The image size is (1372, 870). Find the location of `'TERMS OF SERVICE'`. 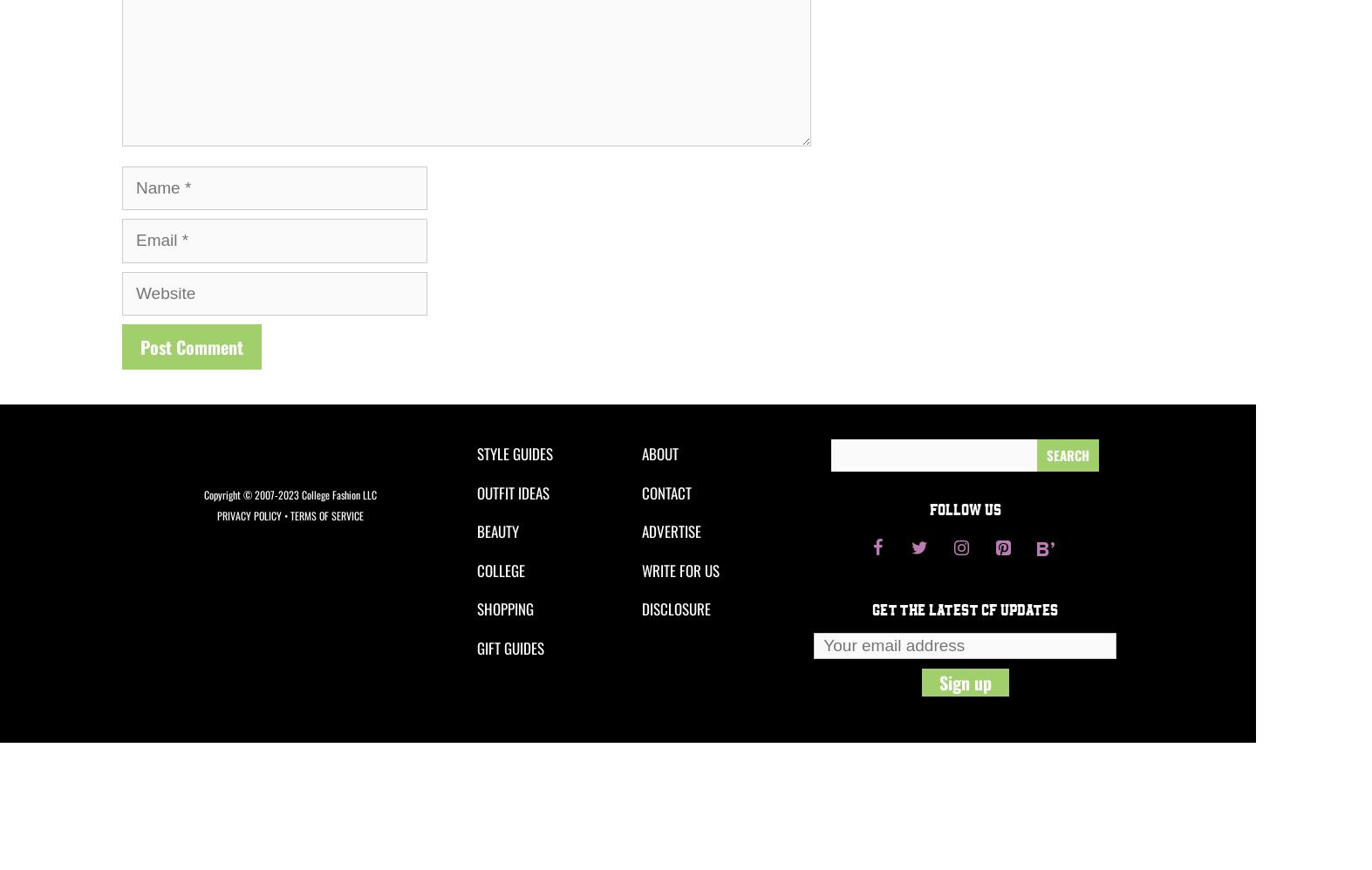

'TERMS OF SERVICE' is located at coordinates (290, 513).